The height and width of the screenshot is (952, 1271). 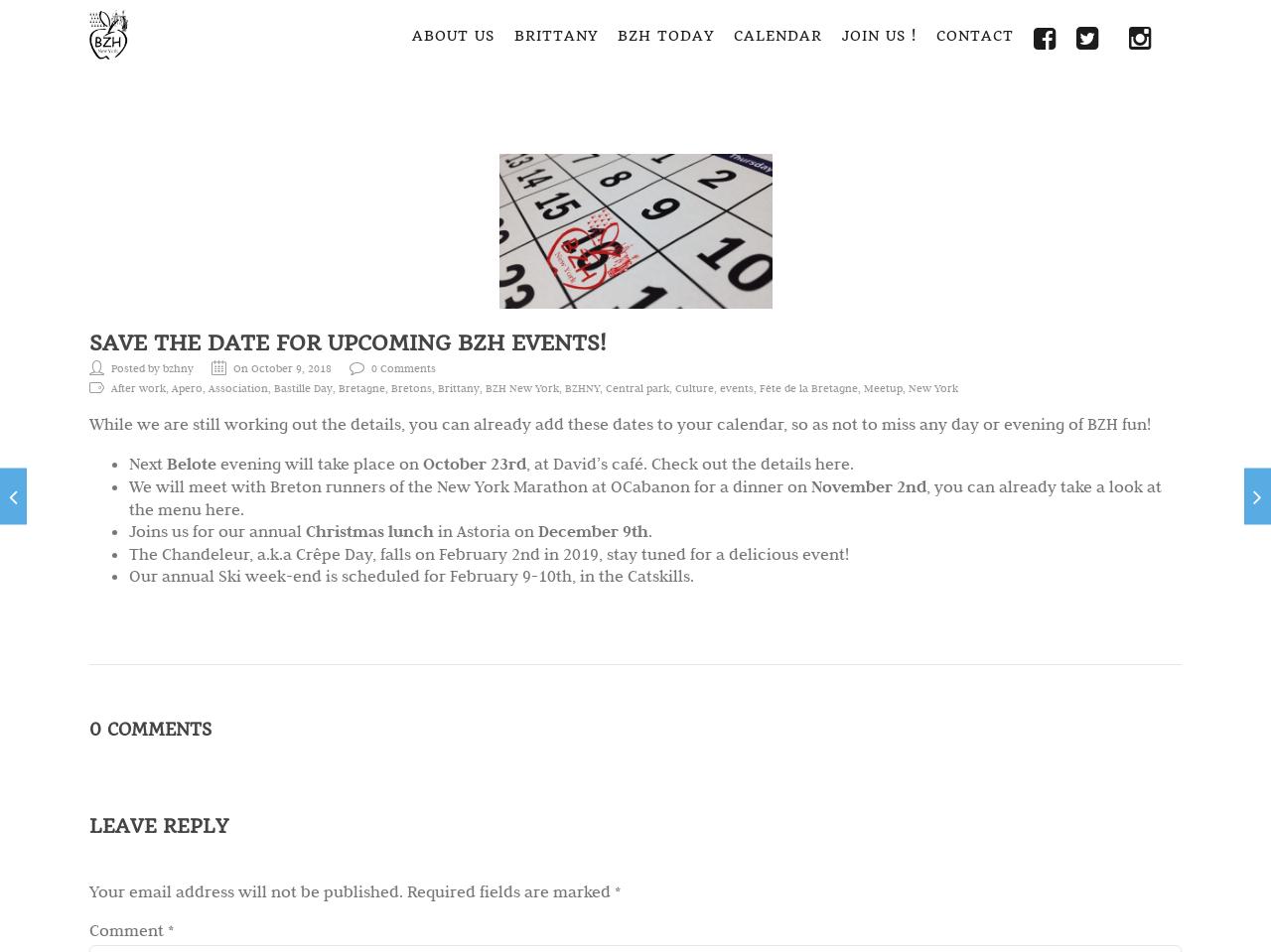 I want to click on 'About Us', so click(x=452, y=34).